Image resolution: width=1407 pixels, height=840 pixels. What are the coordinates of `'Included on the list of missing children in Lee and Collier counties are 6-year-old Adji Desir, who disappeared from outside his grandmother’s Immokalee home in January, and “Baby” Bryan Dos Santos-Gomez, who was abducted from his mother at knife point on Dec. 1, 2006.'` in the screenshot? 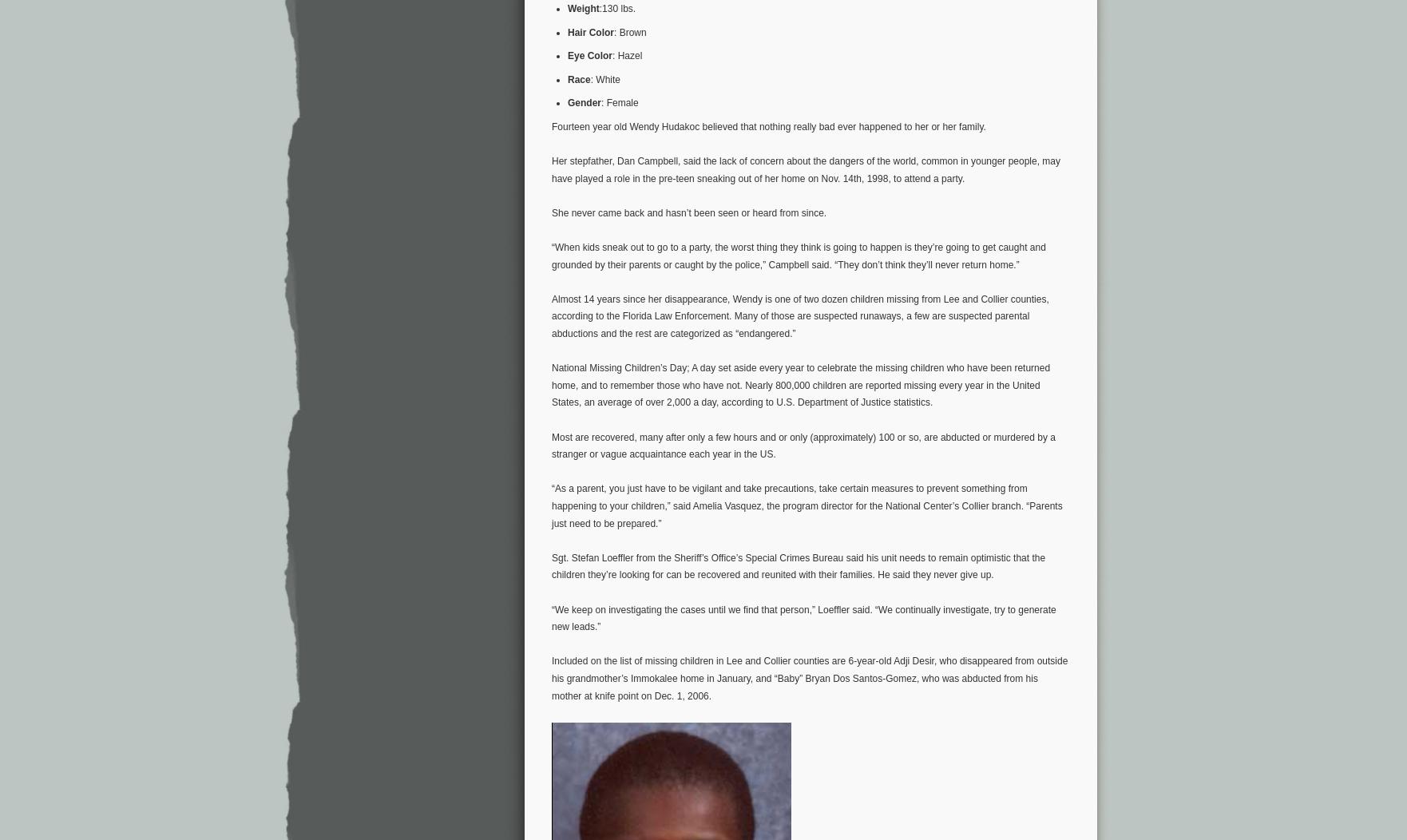 It's located at (810, 677).